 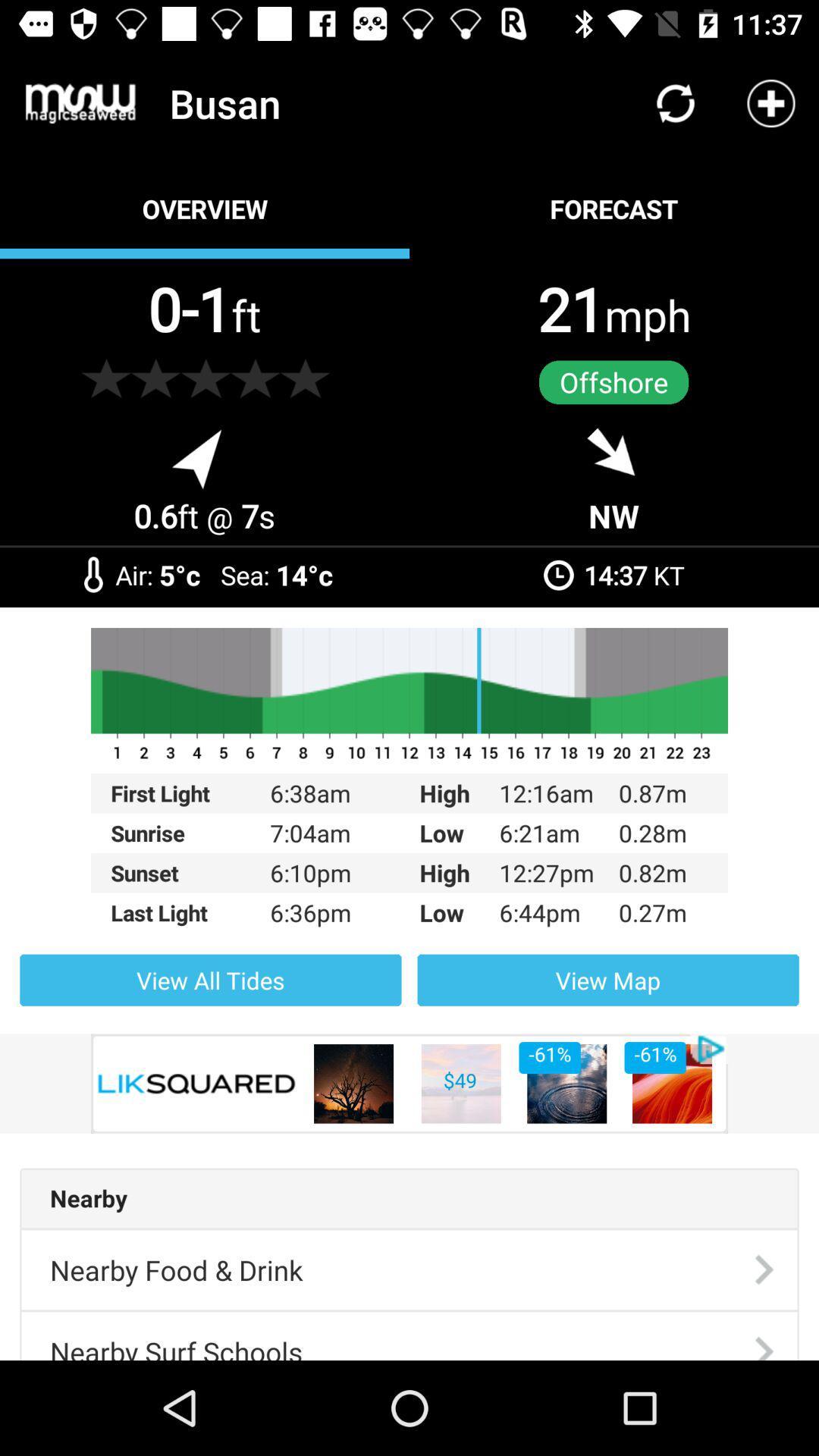 What do you see at coordinates (634, 574) in the screenshot?
I see `the 14:37 kt item` at bounding box center [634, 574].